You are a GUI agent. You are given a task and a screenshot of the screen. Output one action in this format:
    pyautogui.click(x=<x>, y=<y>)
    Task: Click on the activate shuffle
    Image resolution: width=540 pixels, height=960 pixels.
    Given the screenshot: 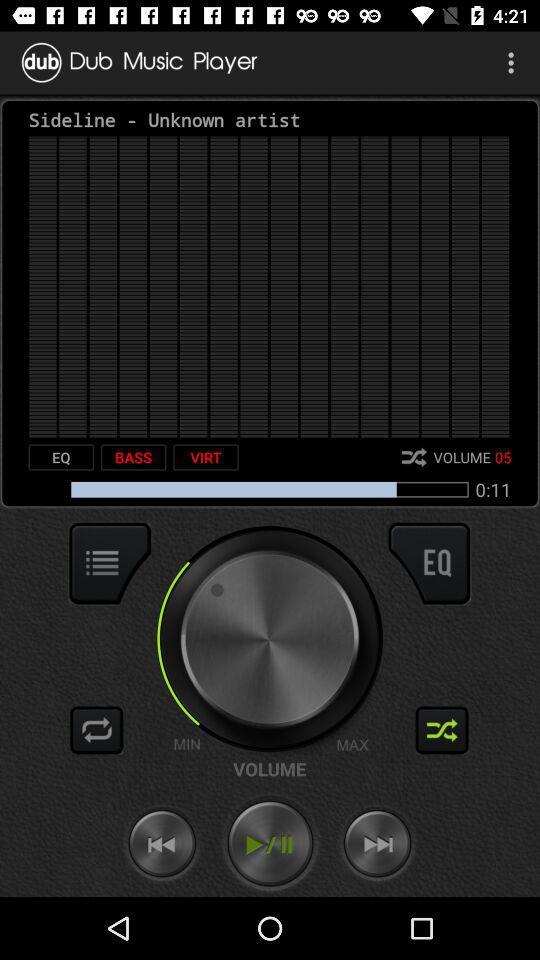 What is the action you would take?
    pyautogui.click(x=442, y=729)
    